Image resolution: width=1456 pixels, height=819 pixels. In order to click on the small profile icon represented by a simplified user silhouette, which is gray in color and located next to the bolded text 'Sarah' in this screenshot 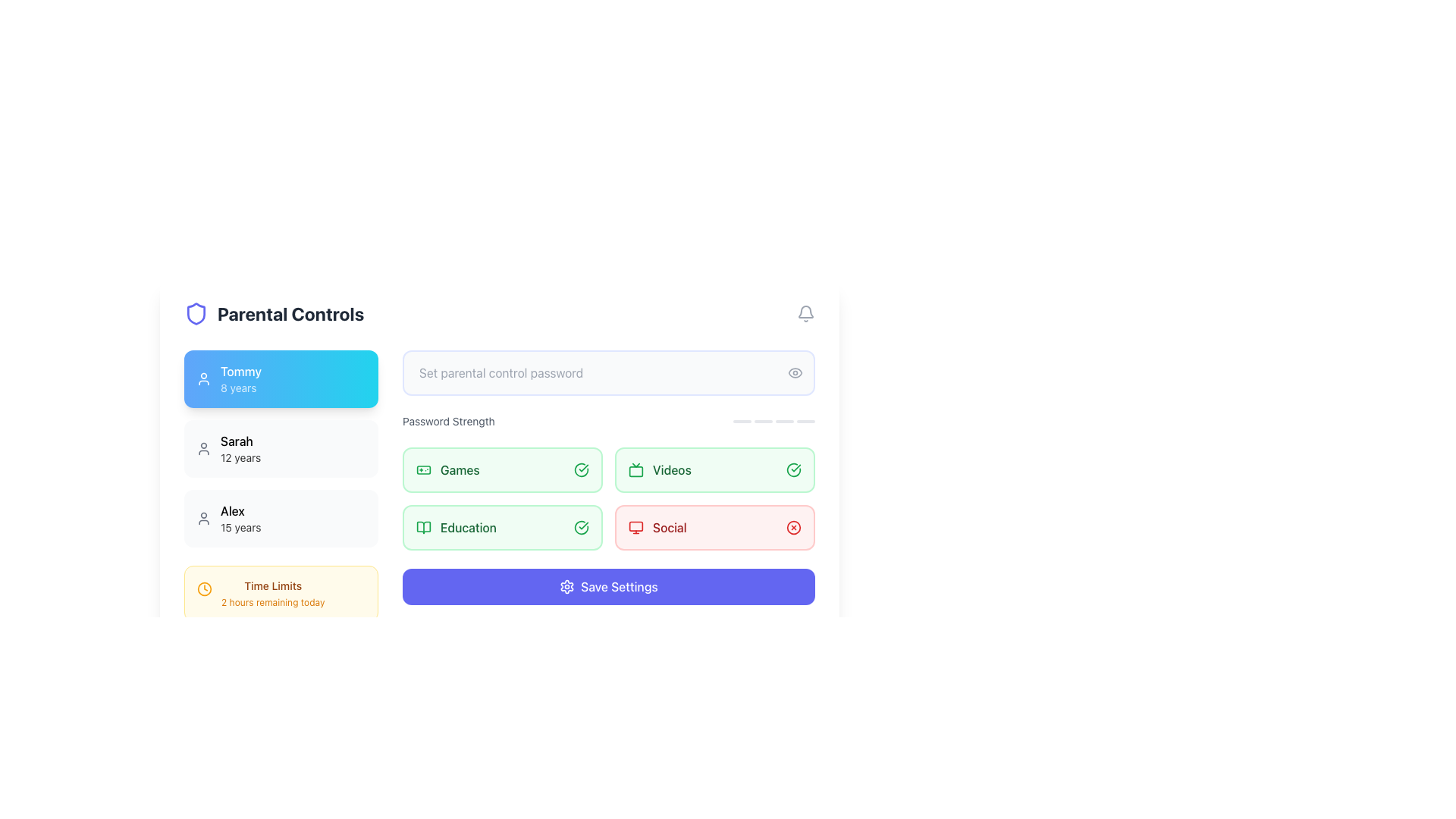, I will do `click(202, 447)`.